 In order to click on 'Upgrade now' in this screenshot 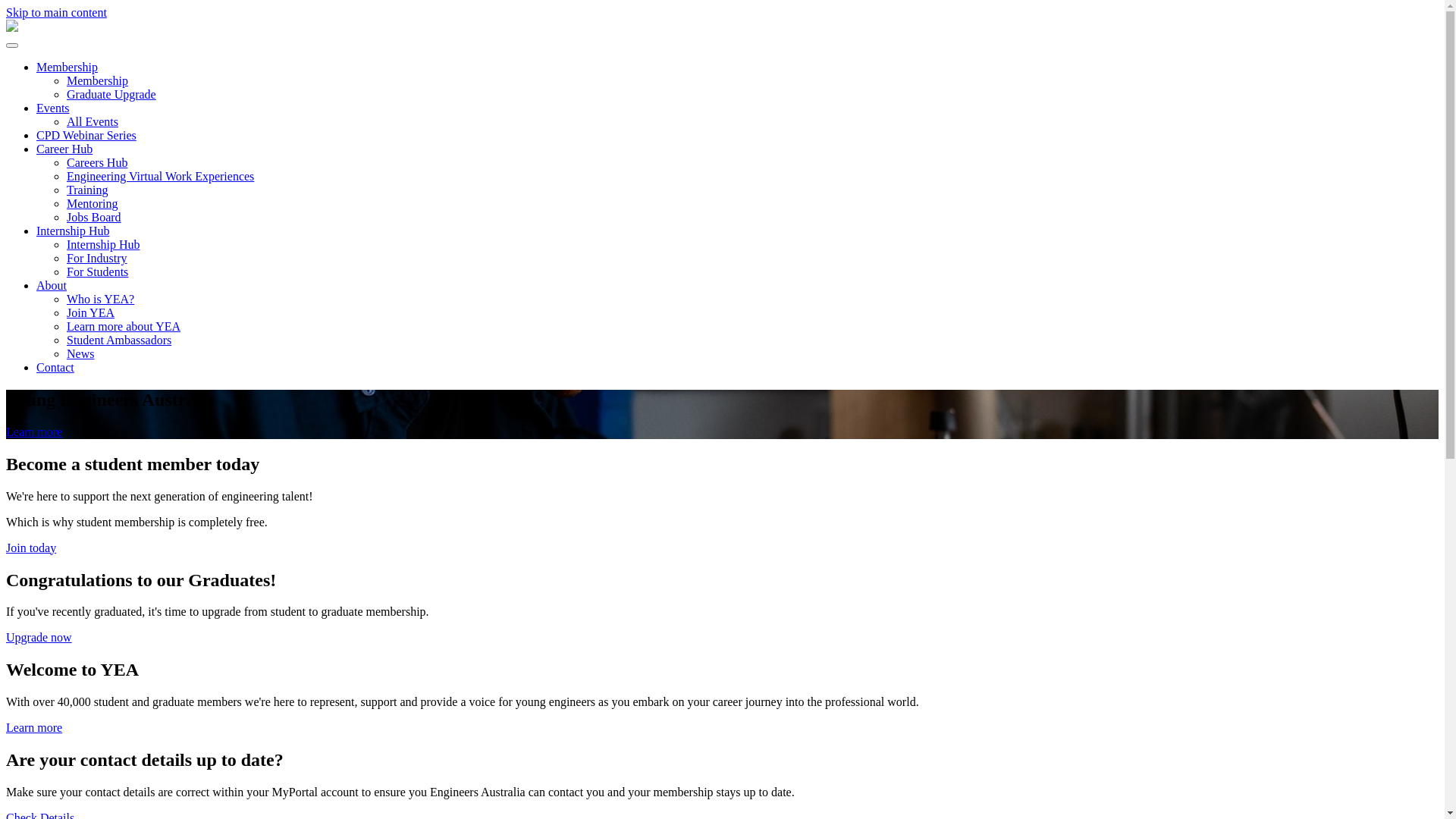, I will do `click(39, 637)`.